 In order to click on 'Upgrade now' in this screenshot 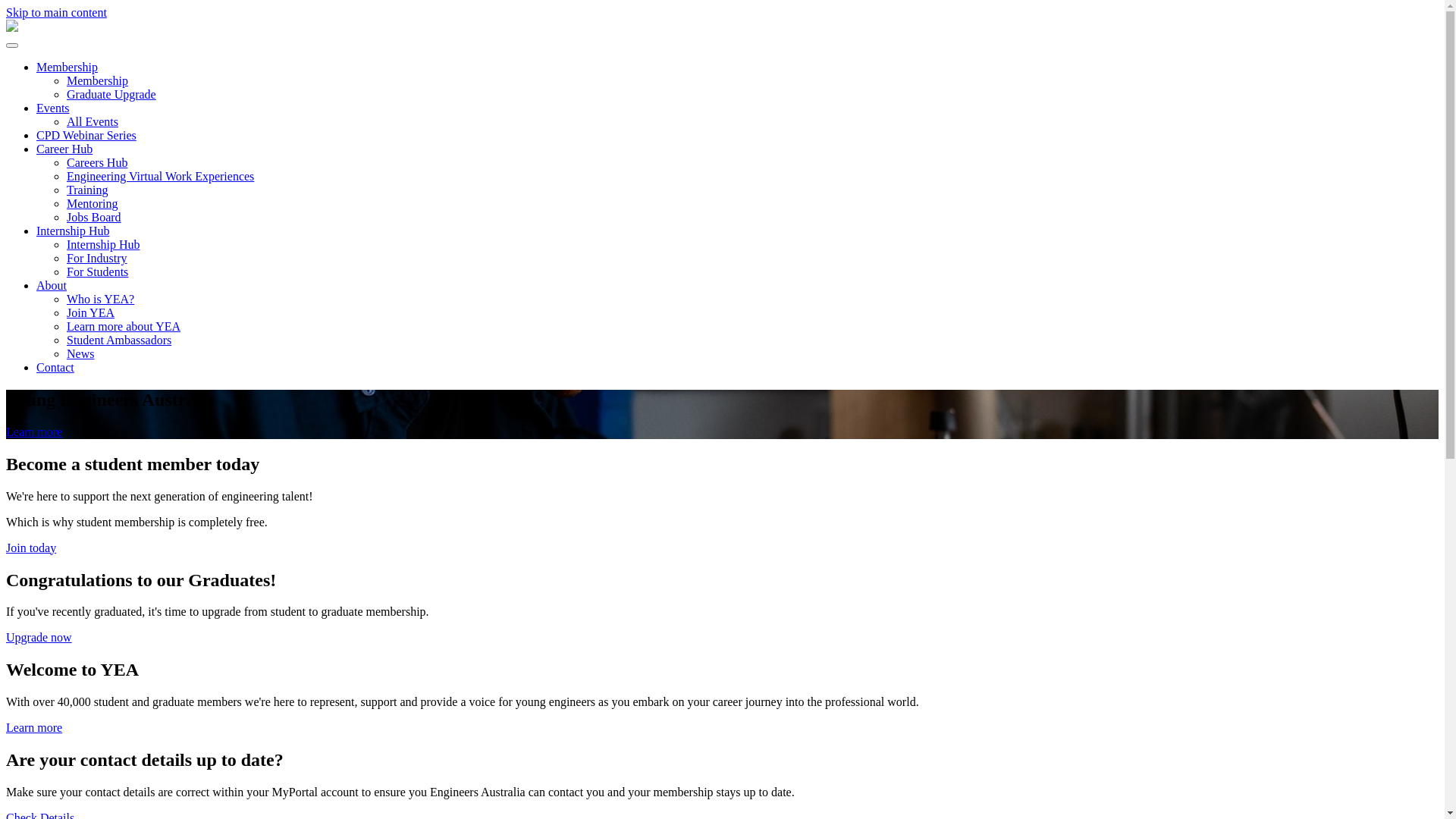, I will do `click(39, 637)`.